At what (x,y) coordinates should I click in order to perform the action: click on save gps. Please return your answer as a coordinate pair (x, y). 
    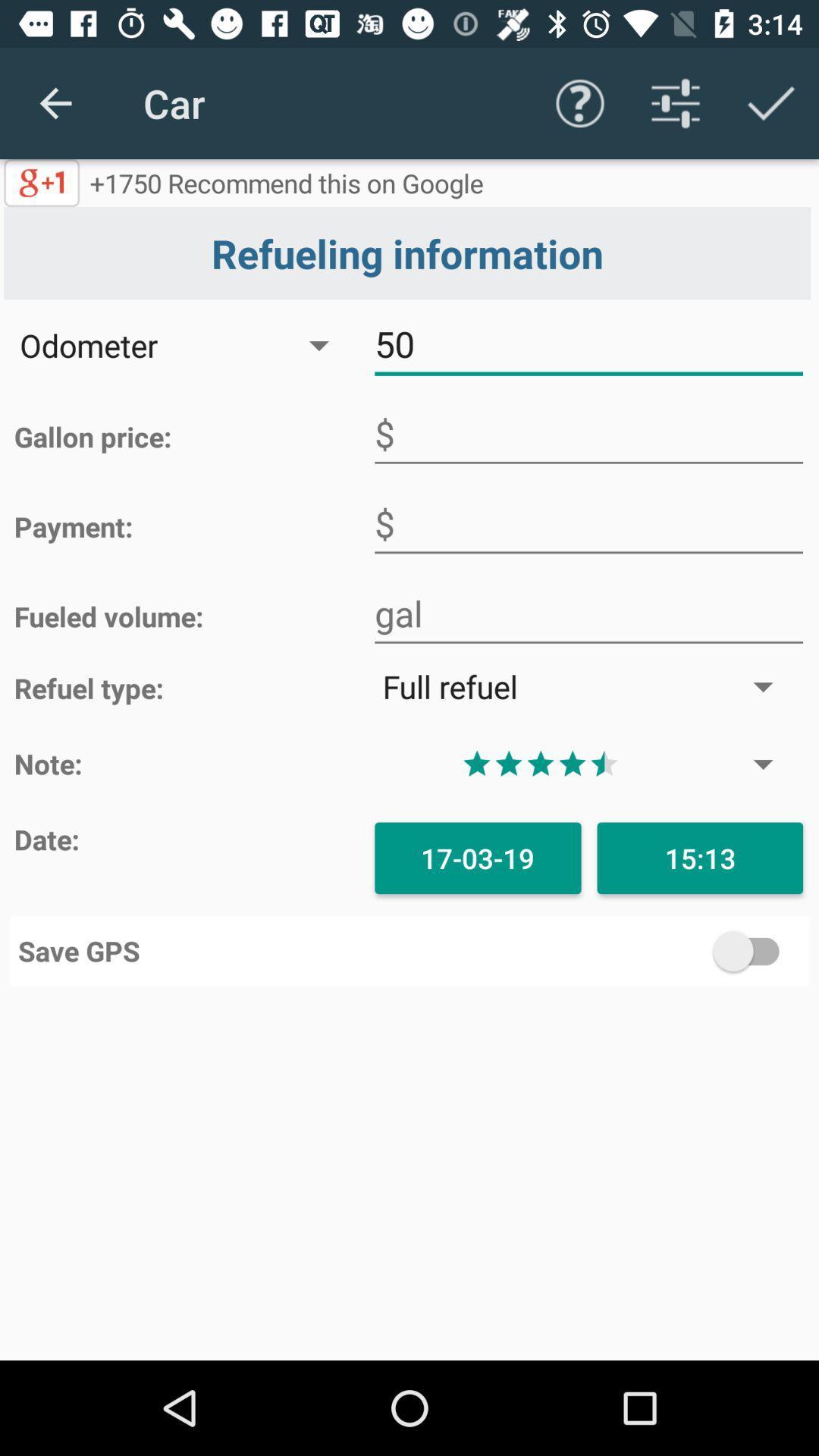
    Looking at the image, I should click on (604, 950).